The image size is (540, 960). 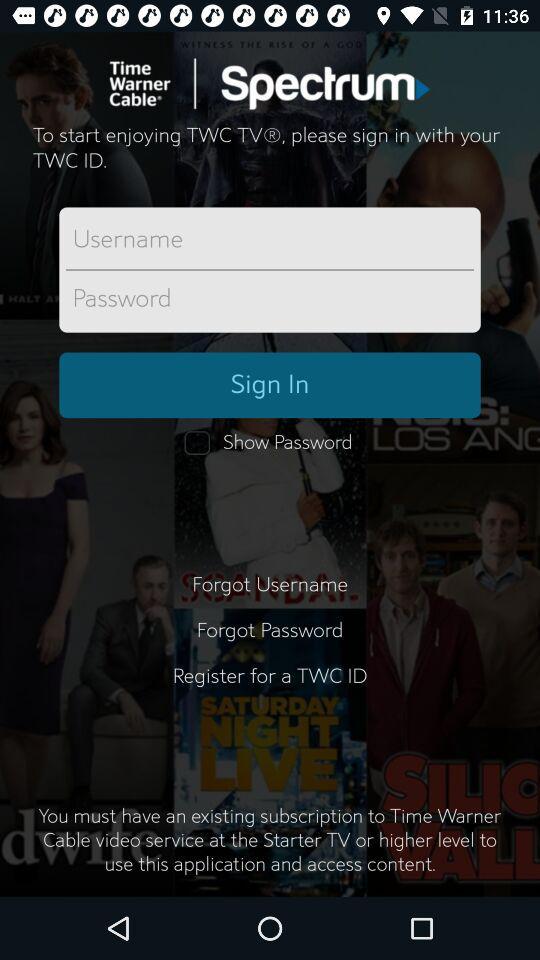 I want to click on the item below forgot username icon, so click(x=270, y=630).